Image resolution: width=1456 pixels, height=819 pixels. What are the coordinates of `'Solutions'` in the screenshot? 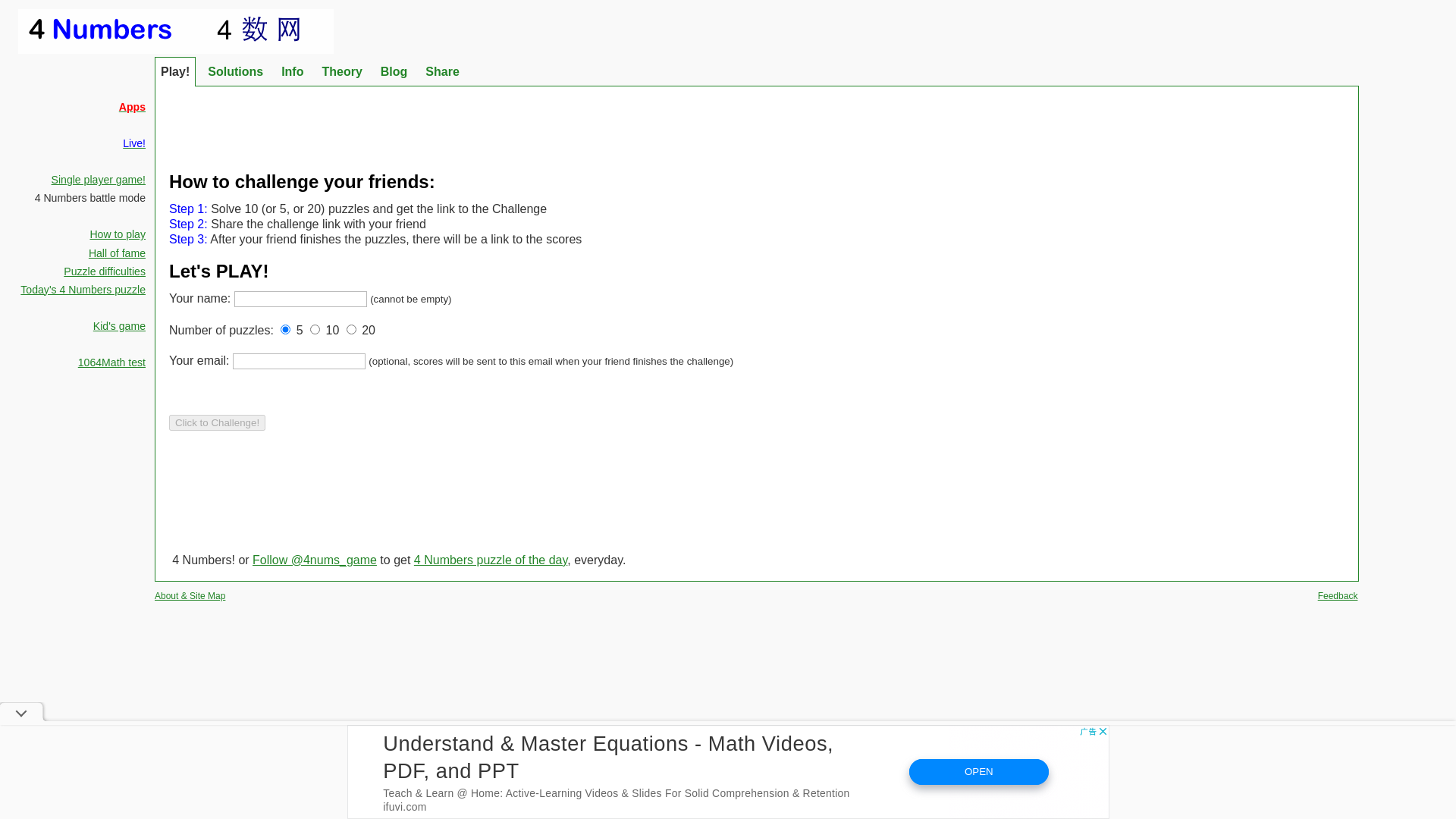 It's located at (234, 72).